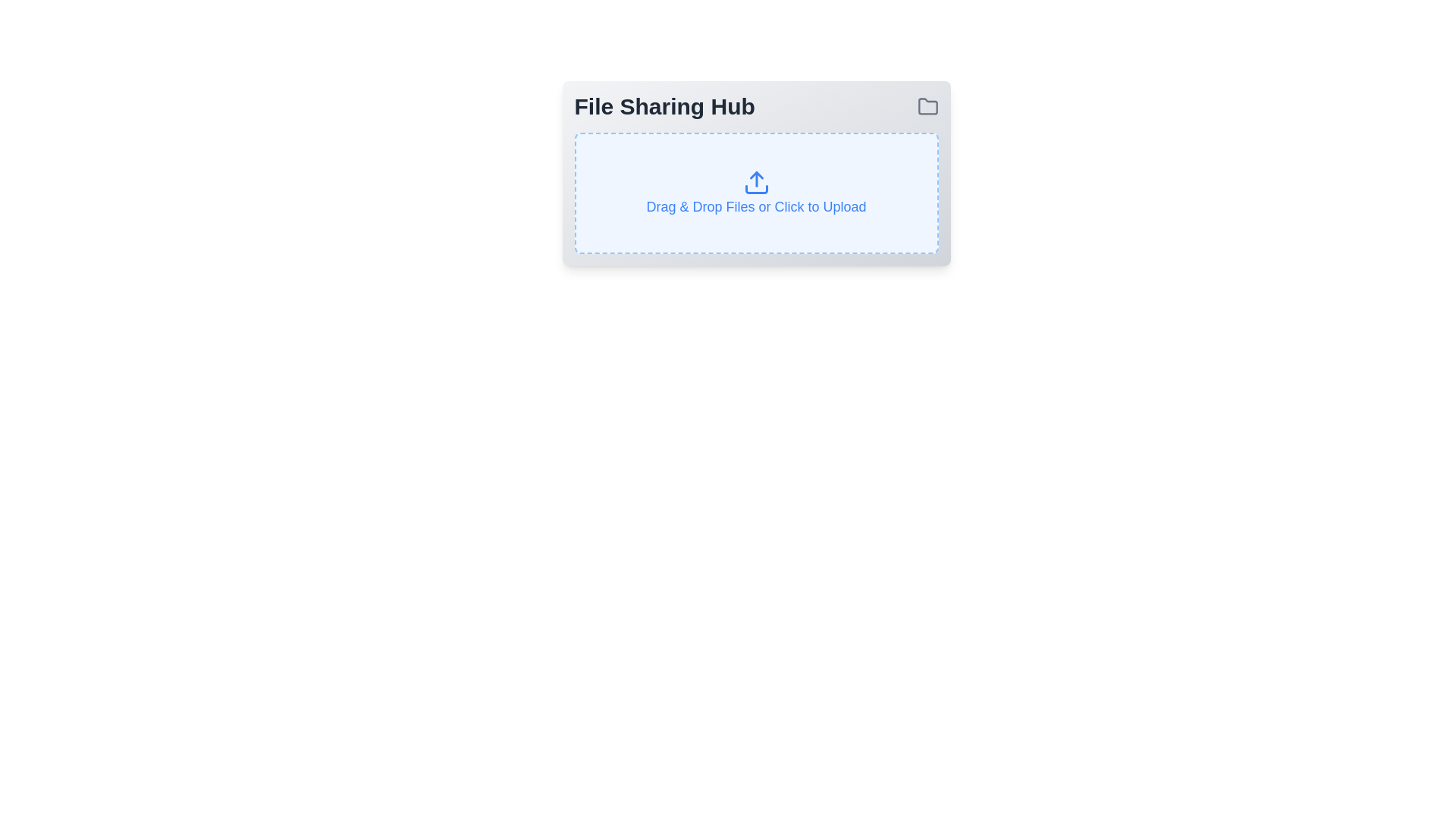 The width and height of the screenshot is (1456, 819). I want to click on the folder icon located at the upper right corner of the 'File Sharing Hub' section, which represents file or directory operations, so click(927, 105).